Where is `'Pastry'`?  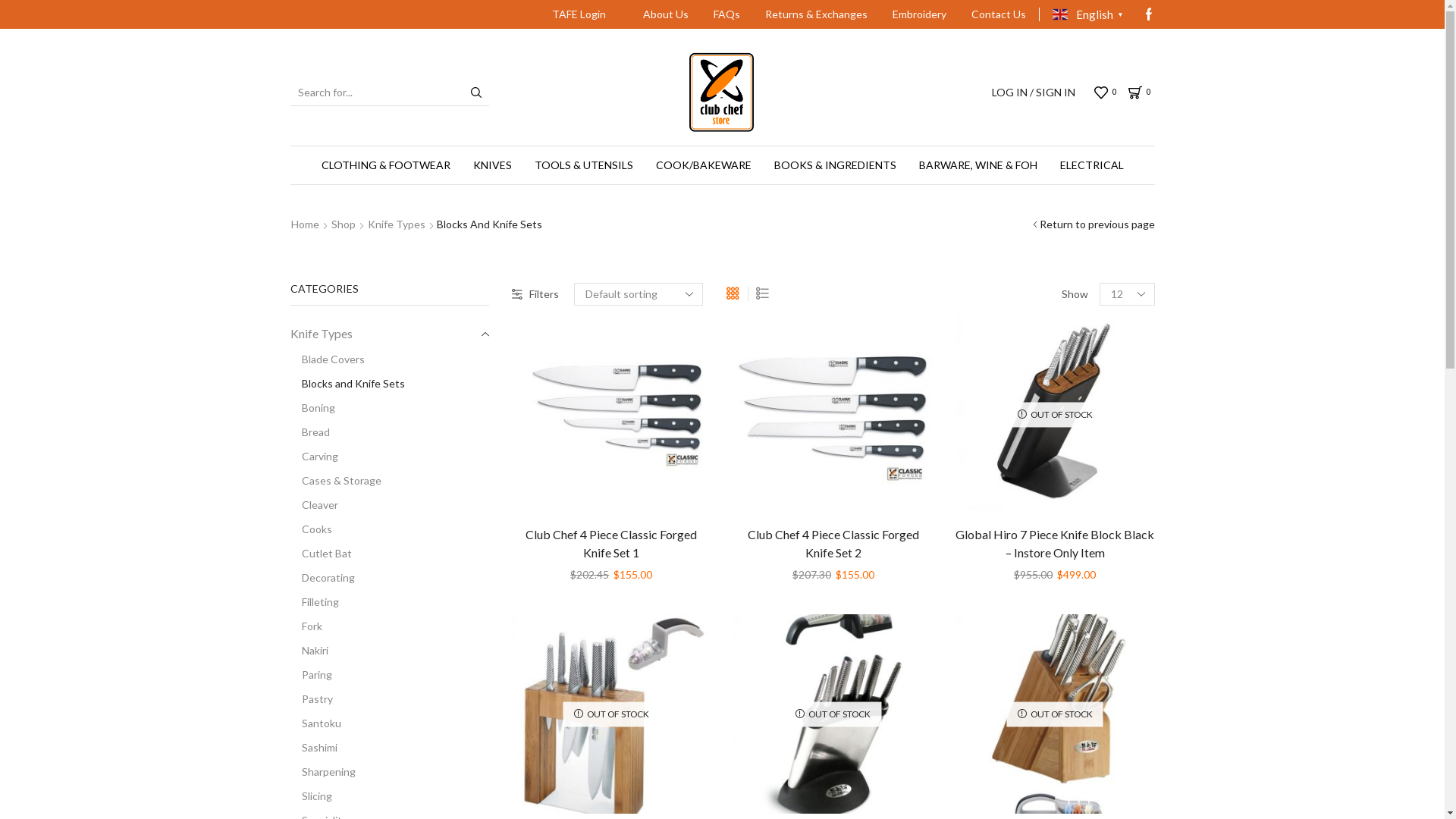 'Pastry' is located at coordinates (309, 698).